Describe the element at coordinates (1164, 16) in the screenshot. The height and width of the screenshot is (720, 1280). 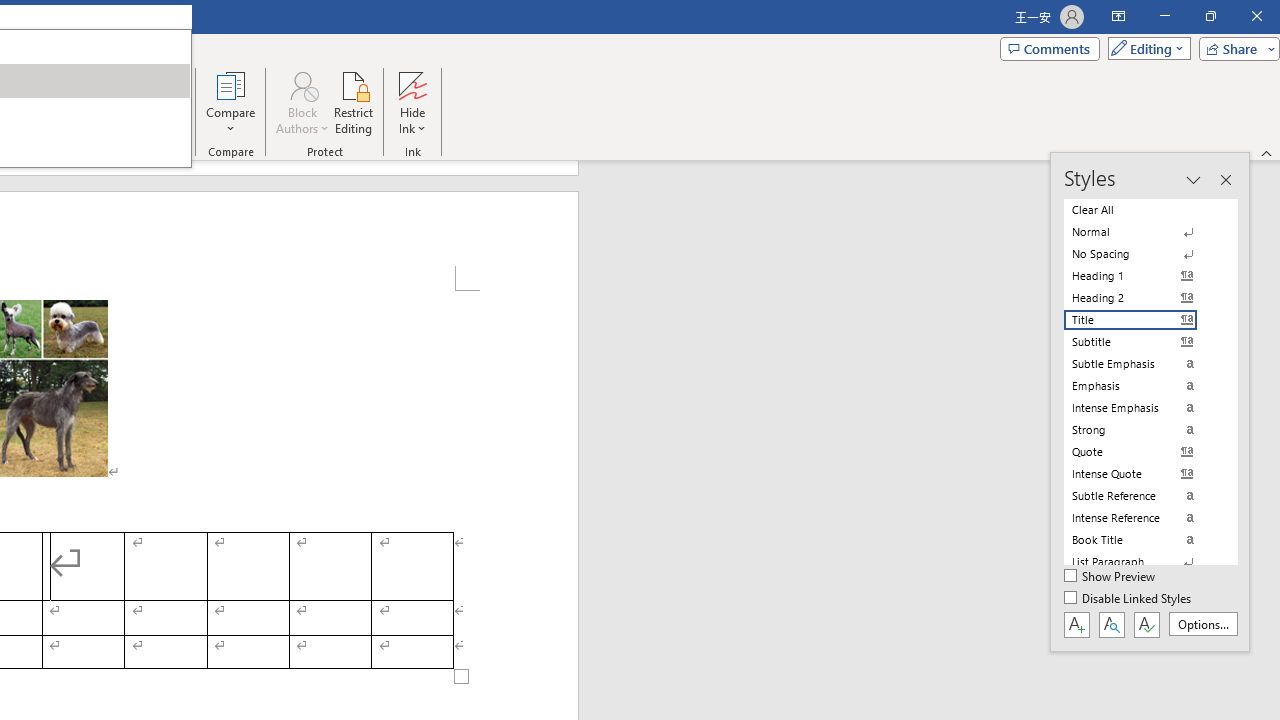
I see `'Minimize'` at that location.